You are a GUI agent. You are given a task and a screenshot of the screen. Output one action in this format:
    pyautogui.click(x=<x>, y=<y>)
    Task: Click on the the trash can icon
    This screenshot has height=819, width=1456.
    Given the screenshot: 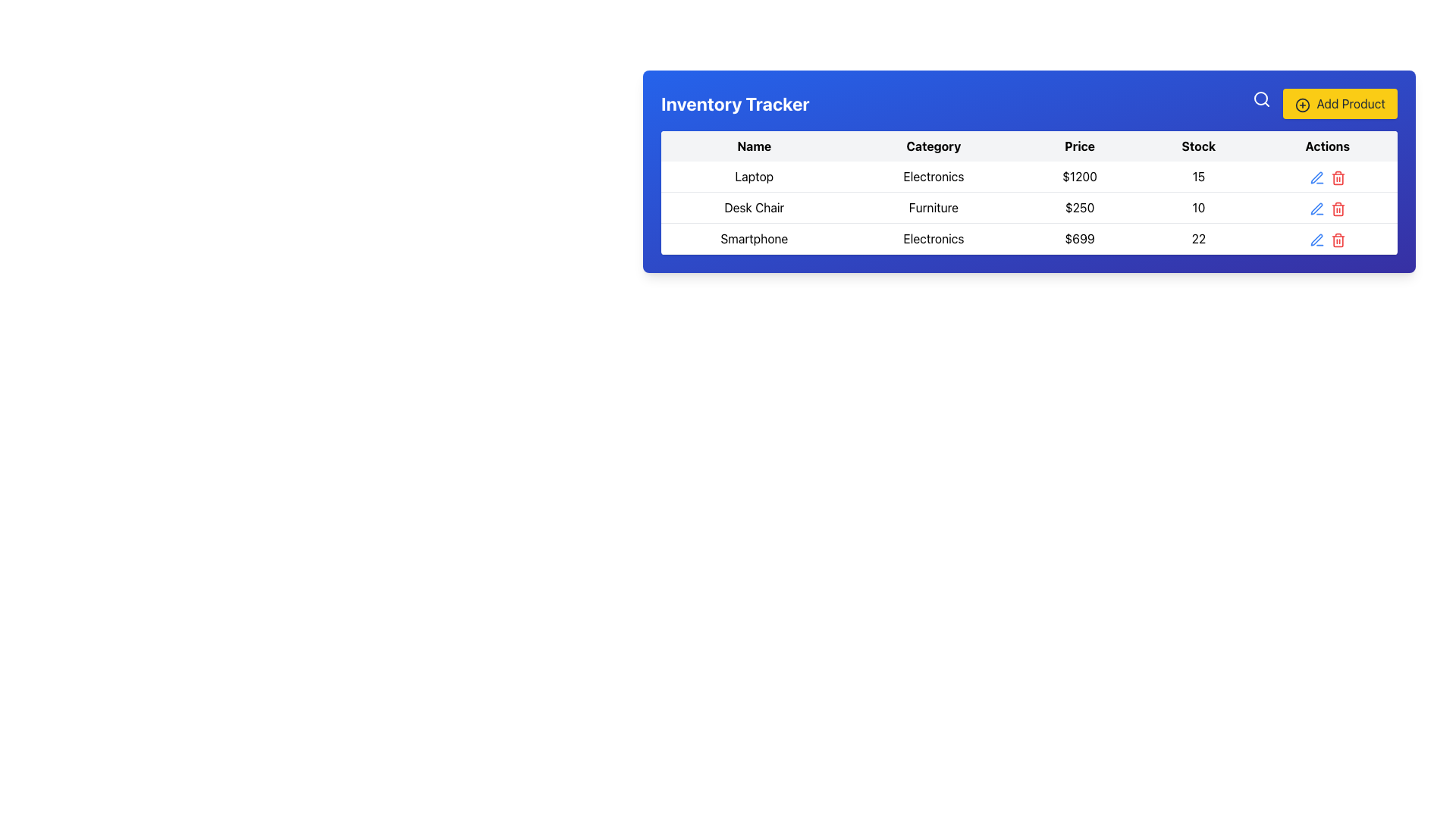 What is the action you would take?
    pyautogui.click(x=1338, y=175)
    